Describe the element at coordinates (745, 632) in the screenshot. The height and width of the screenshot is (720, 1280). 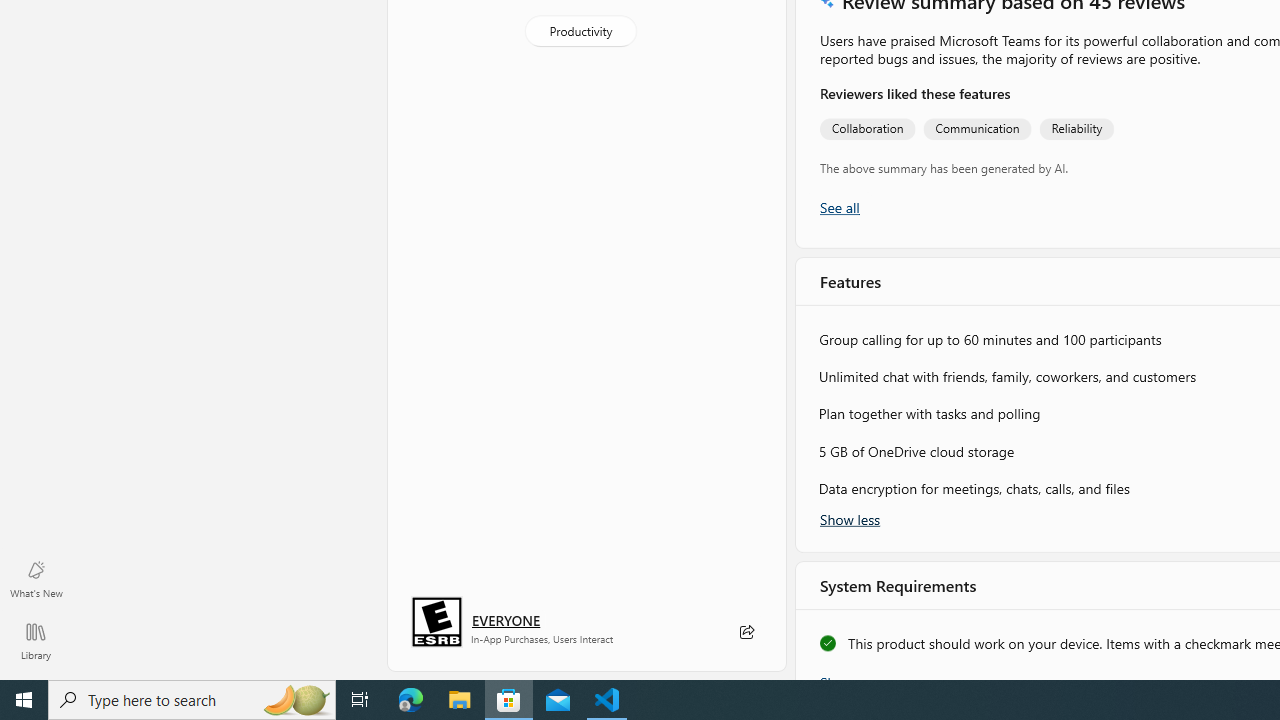
I see `'Share'` at that location.